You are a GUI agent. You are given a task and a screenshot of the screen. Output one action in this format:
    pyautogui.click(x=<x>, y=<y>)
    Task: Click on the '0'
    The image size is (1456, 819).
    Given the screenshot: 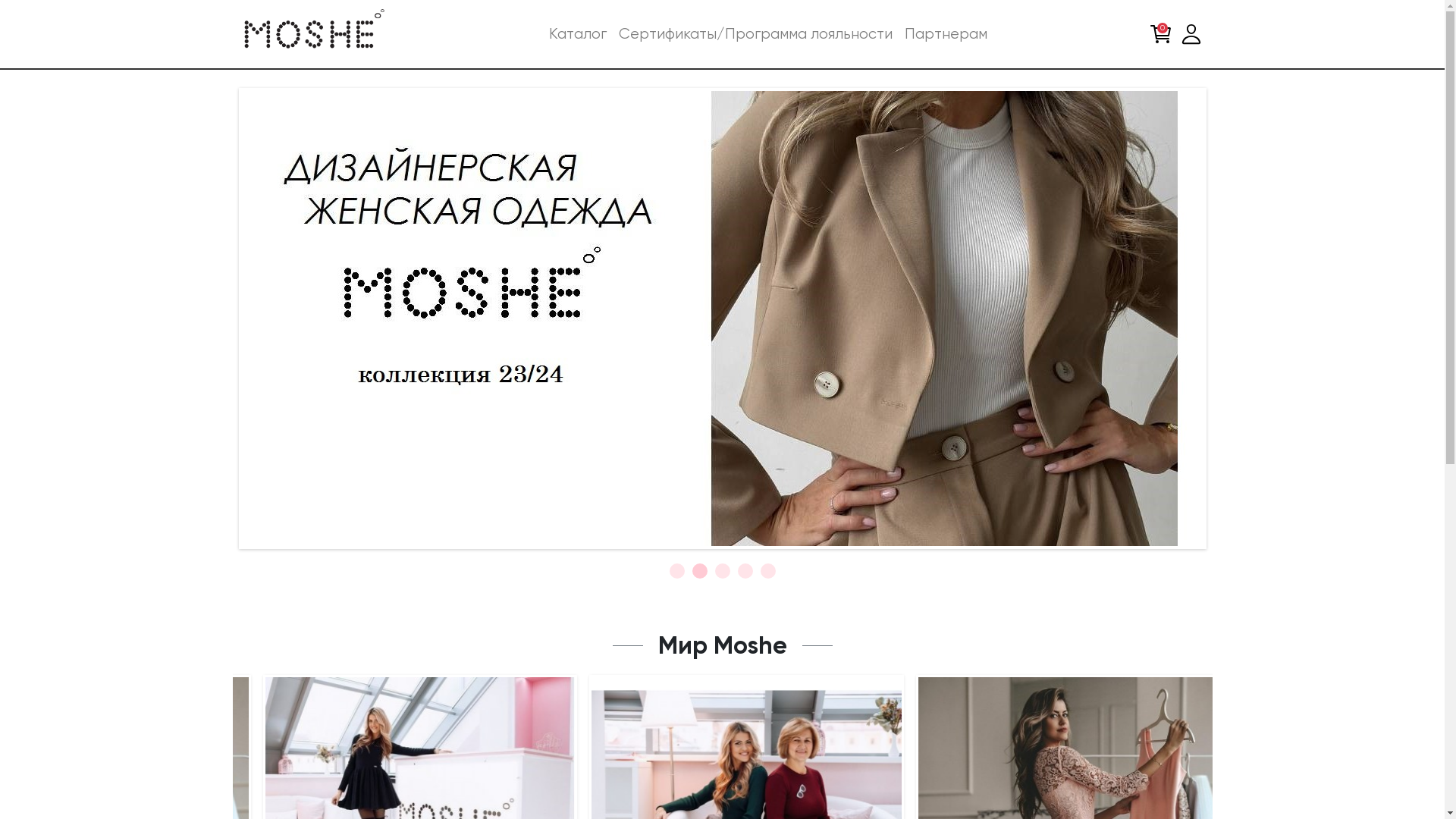 What is the action you would take?
    pyautogui.click(x=1145, y=34)
    